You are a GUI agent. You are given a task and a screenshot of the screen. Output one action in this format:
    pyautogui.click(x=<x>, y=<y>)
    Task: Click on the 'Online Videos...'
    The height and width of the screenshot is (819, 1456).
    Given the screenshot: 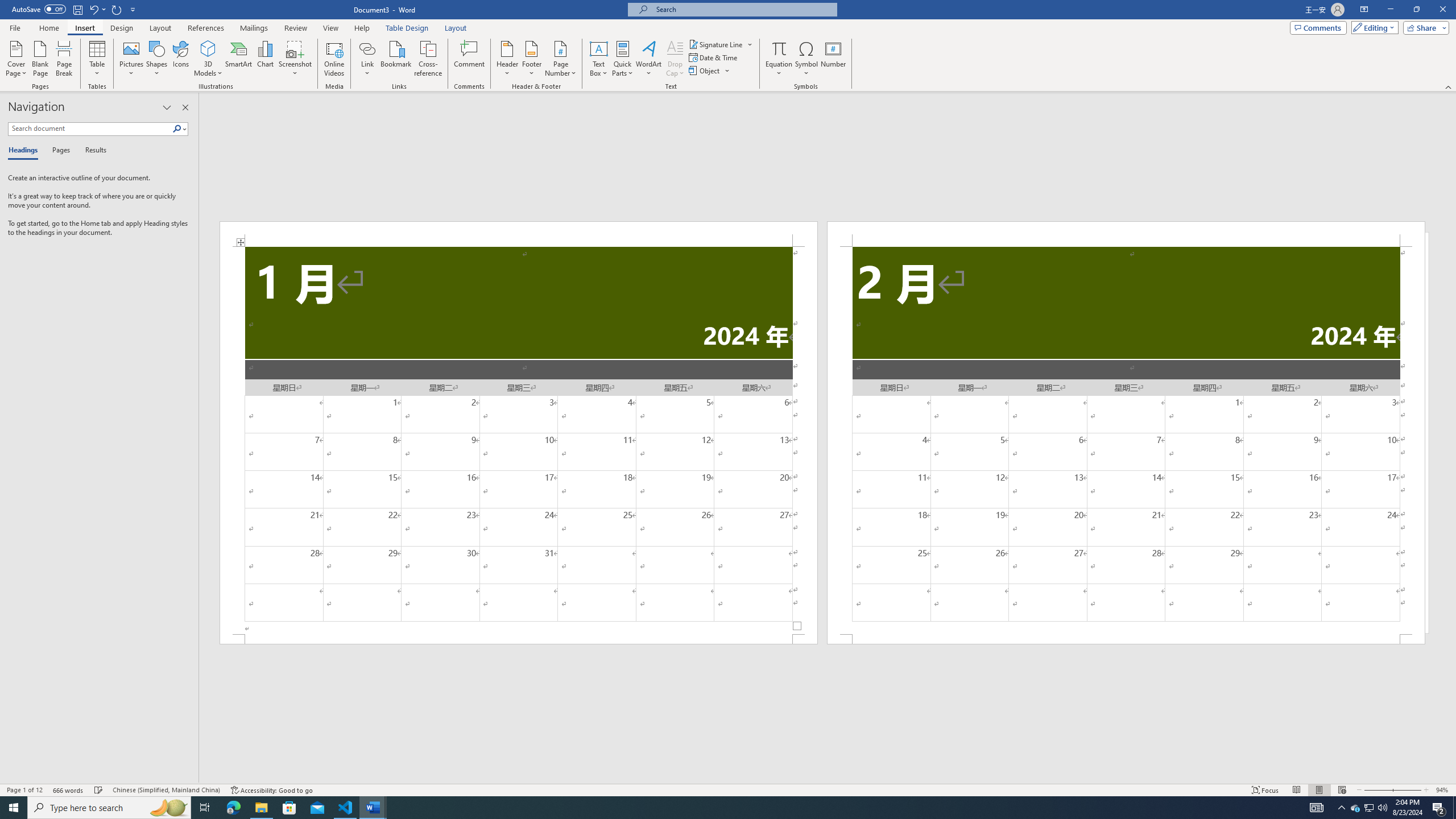 What is the action you would take?
    pyautogui.click(x=334, y=59)
    